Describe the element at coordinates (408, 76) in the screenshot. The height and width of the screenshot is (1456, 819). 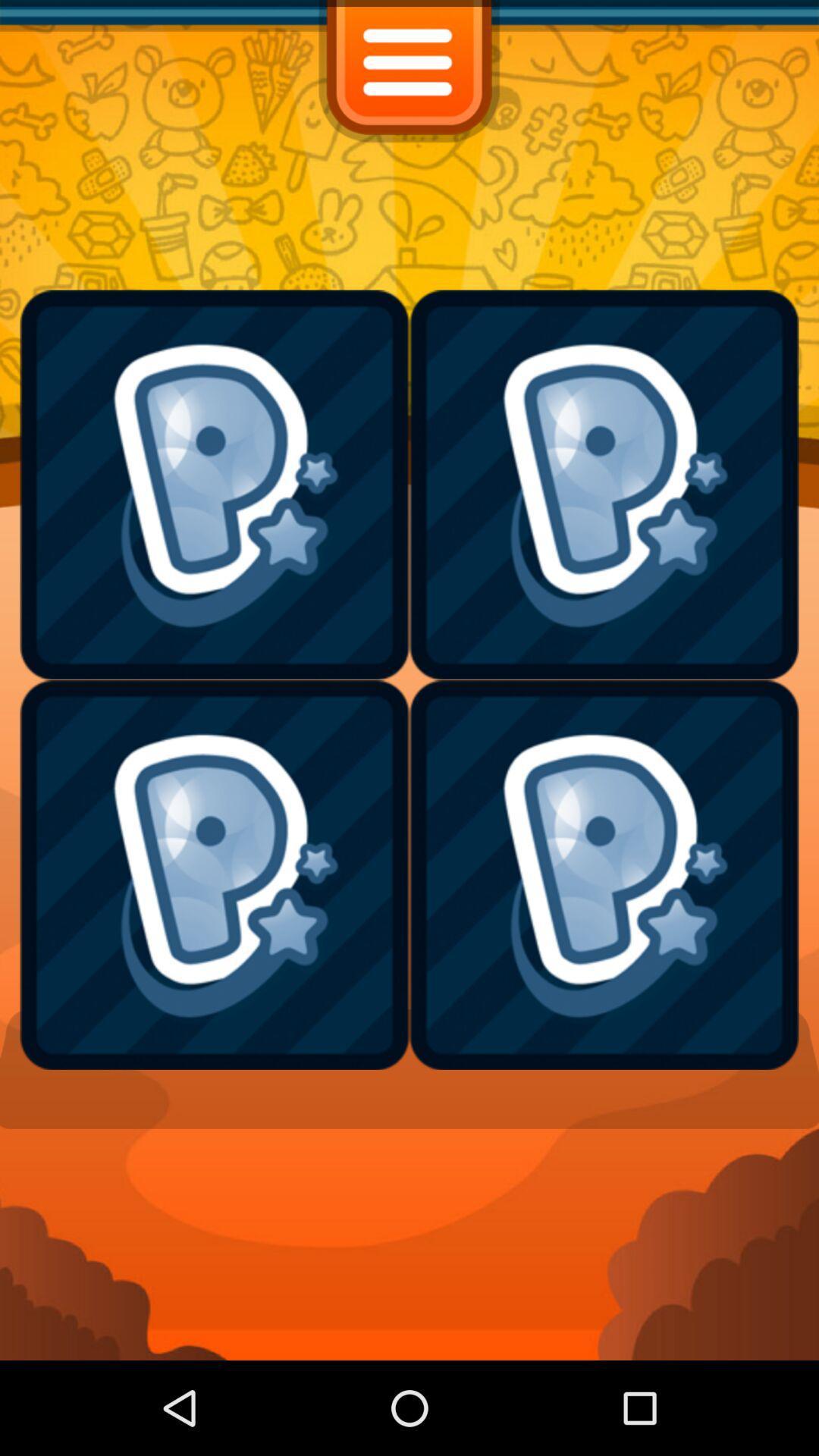
I see `the menu icon` at that location.